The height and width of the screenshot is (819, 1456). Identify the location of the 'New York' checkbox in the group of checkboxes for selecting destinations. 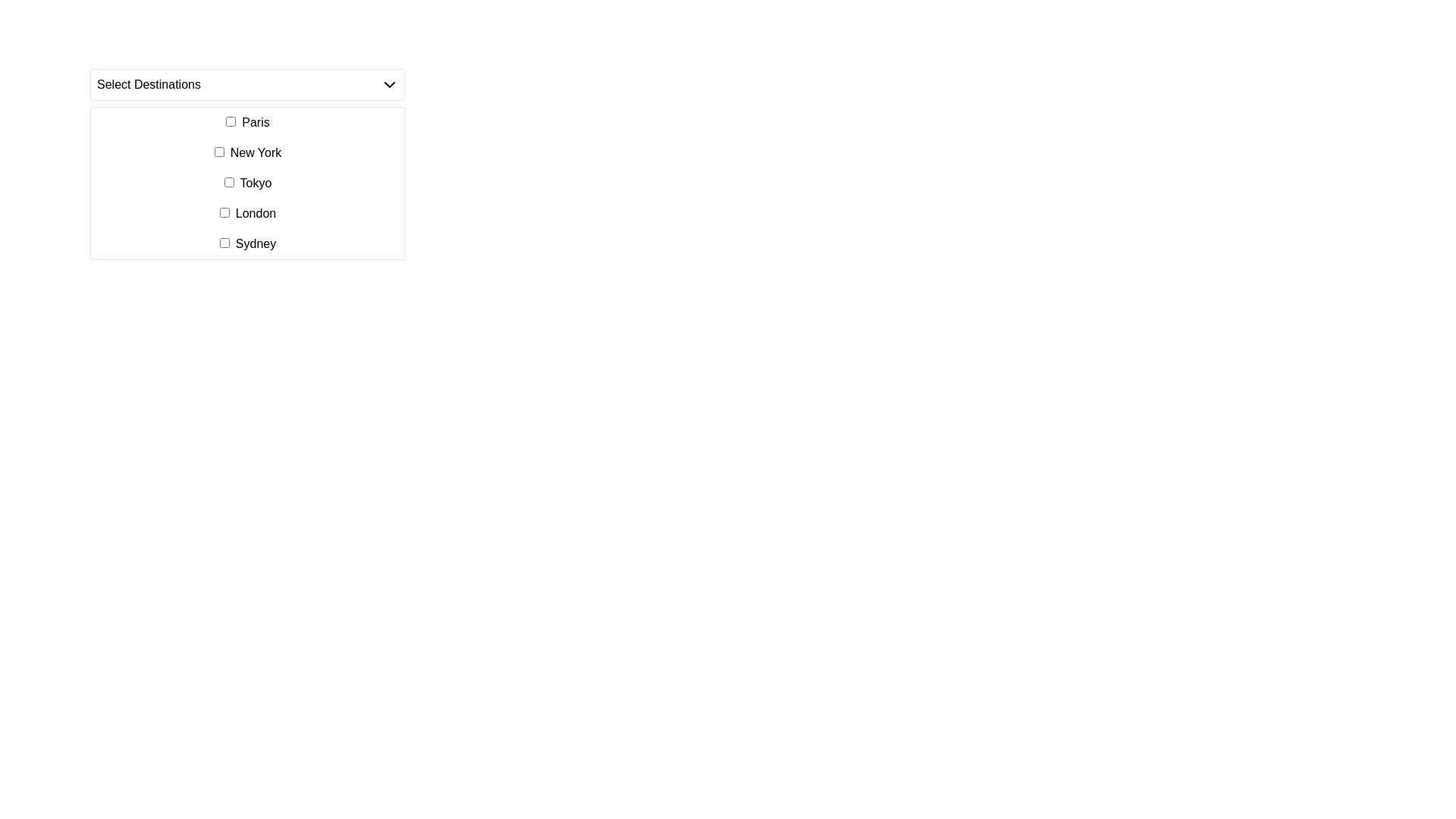
(247, 171).